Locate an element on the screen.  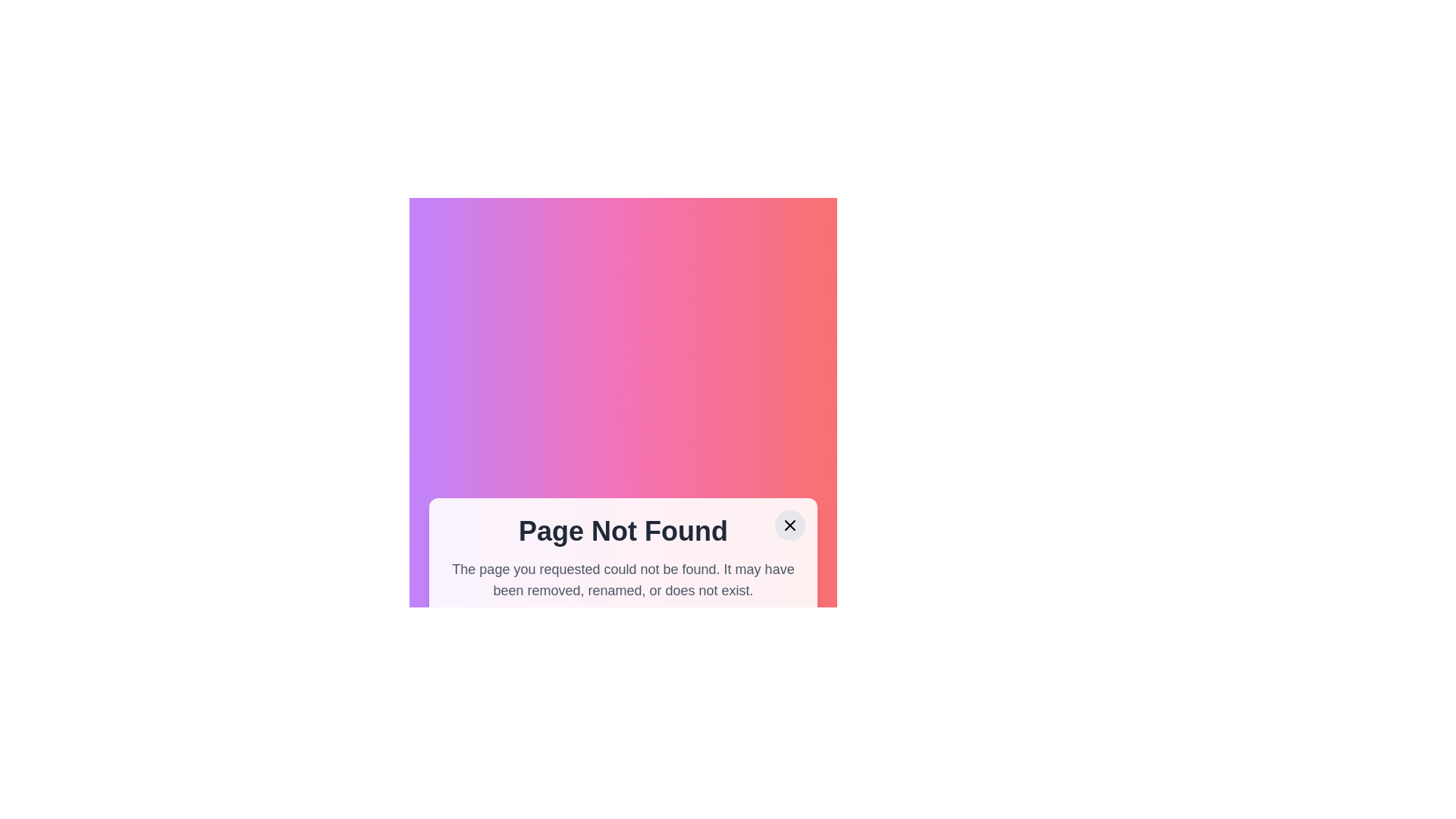
information presented in the modal dialog box that indicates a missing or inaccessible page and provides navigation options is located at coordinates (623, 581).